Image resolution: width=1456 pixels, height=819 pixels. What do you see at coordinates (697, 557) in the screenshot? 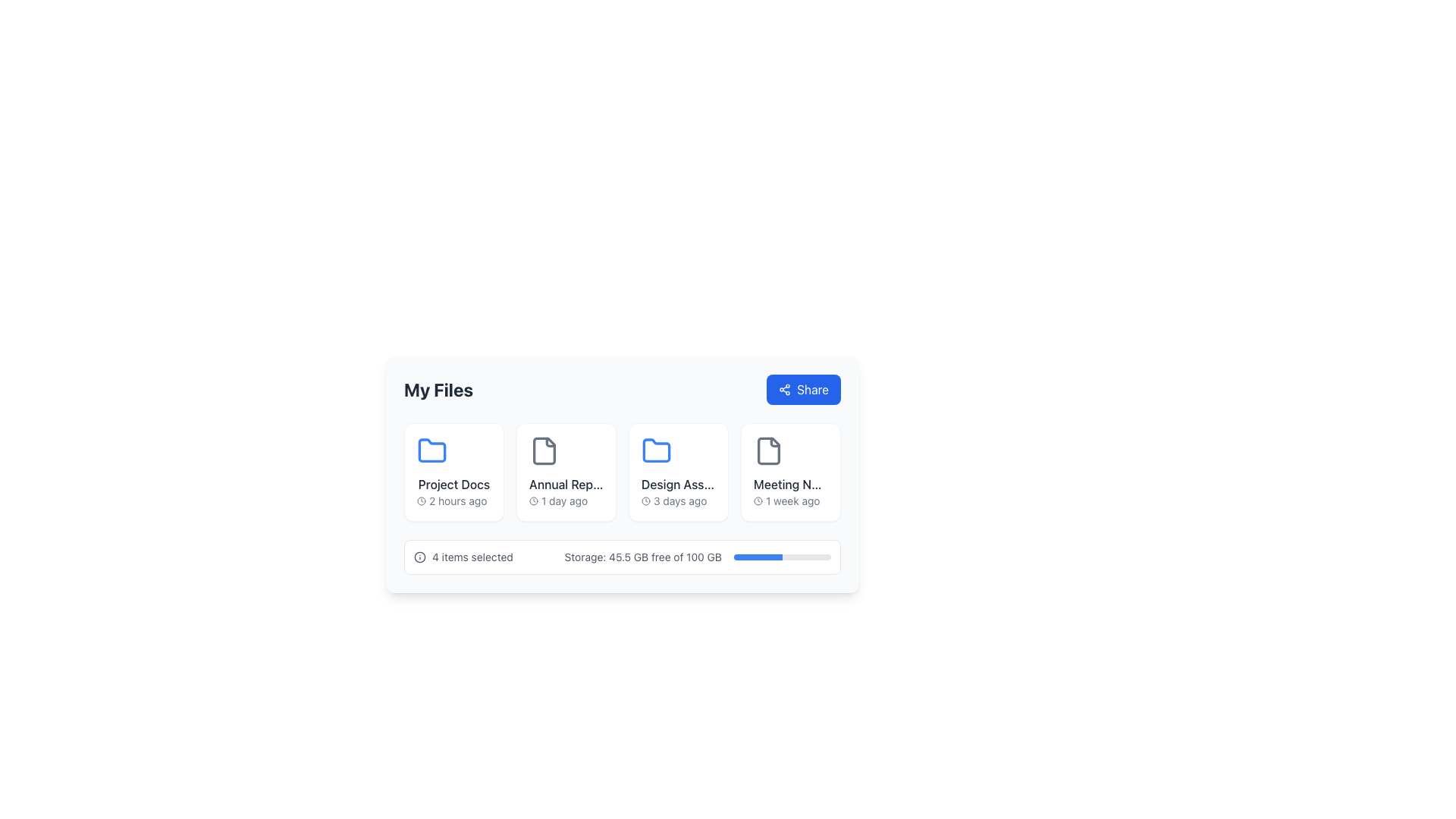
I see `the progress bar displaying storage information, which is part of the Information display component located in the lower section of the card interface, adjacent to the text '4 items selected'` at bounding box center [697, 557].